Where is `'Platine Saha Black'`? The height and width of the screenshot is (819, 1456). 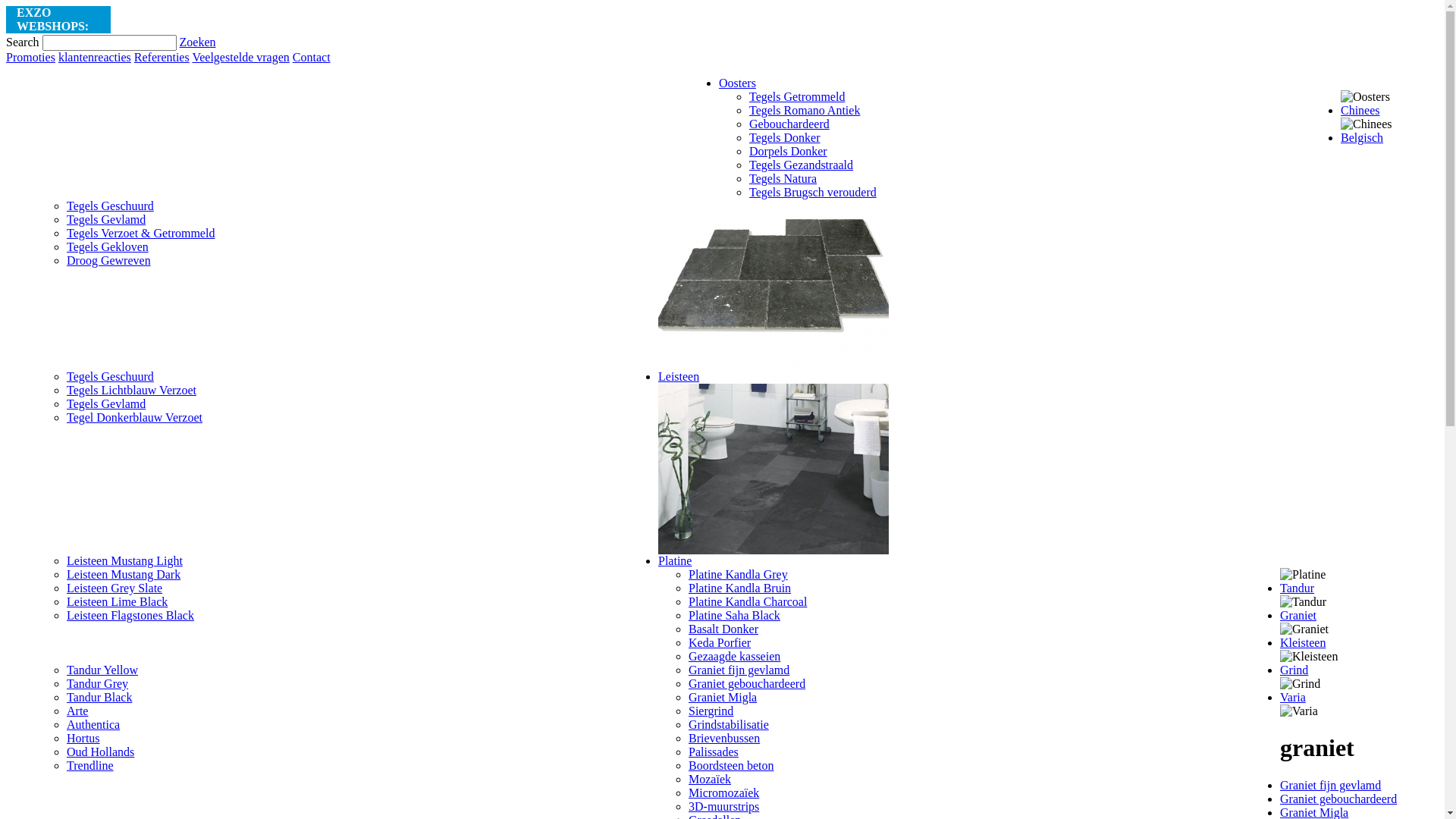 'Platine Saha Black' is located at coordinates (734, 615).